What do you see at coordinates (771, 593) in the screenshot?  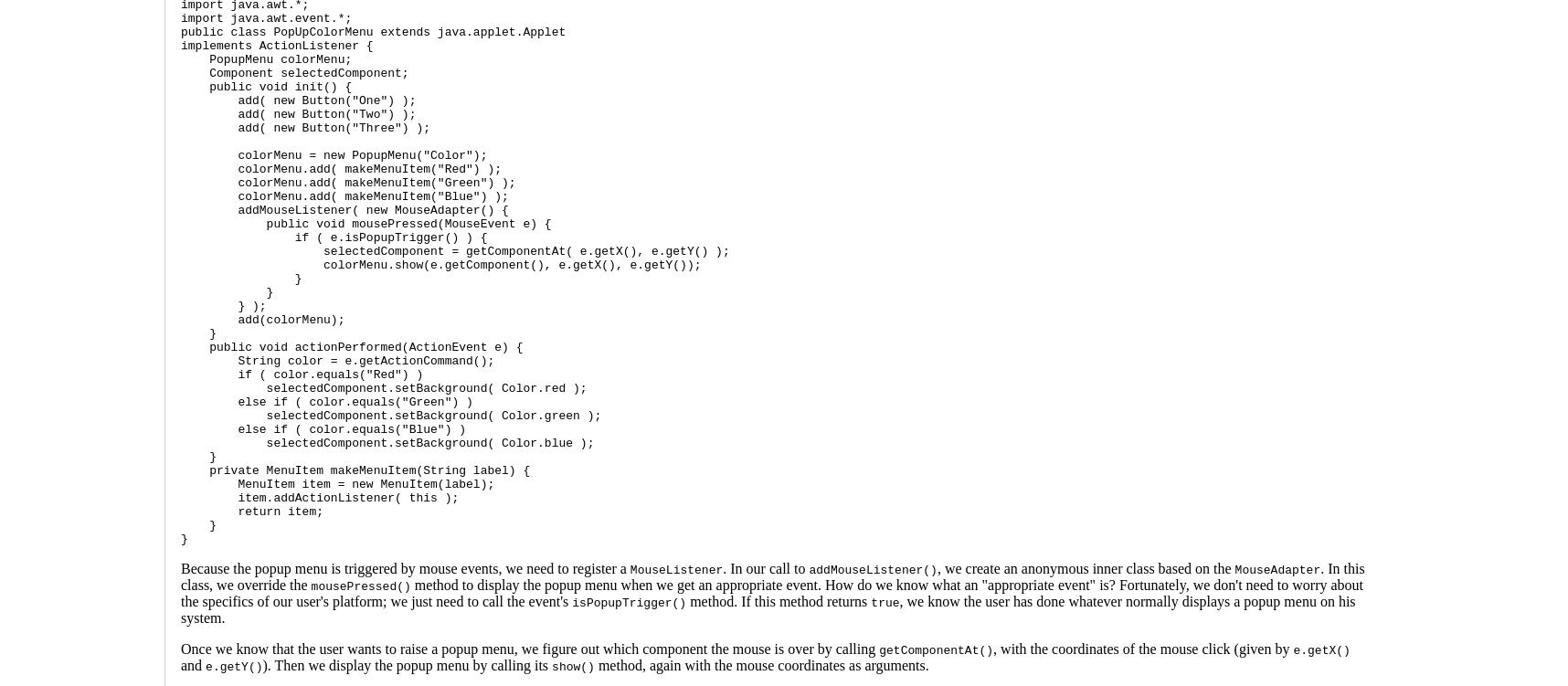 I see `'method to display the
popup menu when we get an appropriate event. How do we know what an
"appropriate event" is? Fortunately, we don't need to worry about the
specifics of our user's platform; we just need to call the event's'` at bounding box center [771, 593].